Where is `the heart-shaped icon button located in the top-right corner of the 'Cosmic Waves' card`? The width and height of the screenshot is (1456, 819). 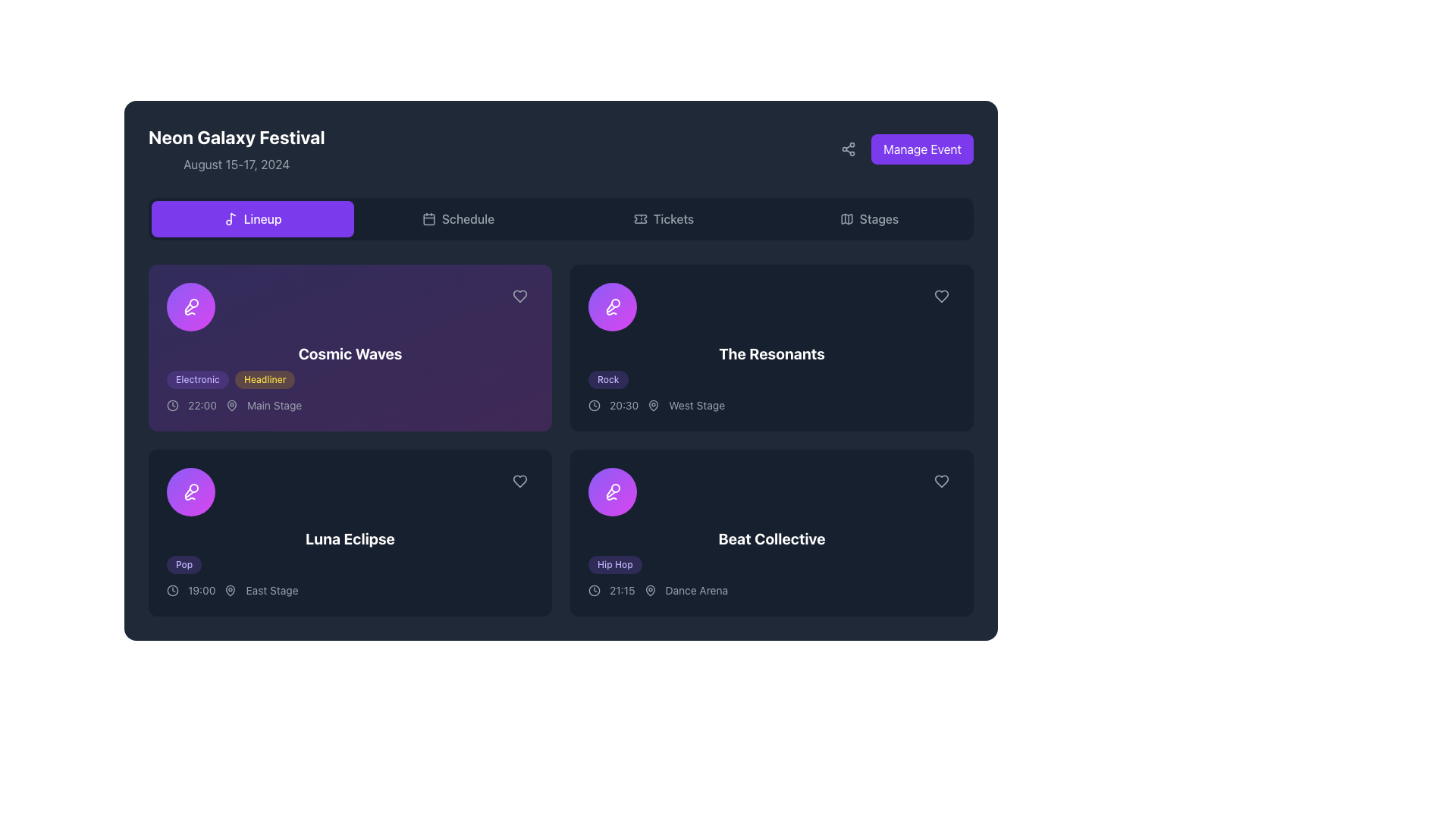
the heart-shaped icon button located in the top-right corner of the 'Cosmic Waves' card is located at coordinates (520, 296).